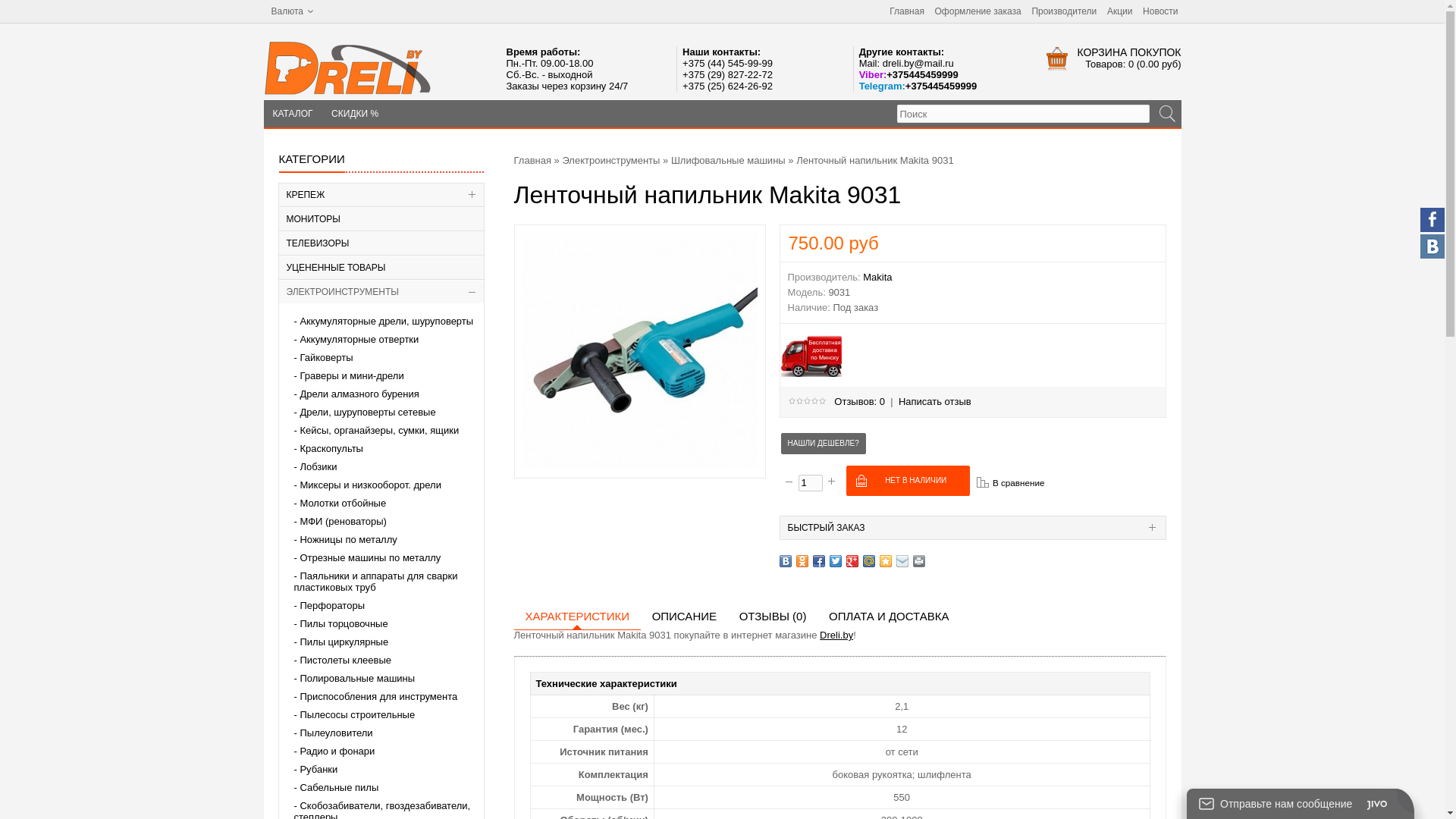 The width and height of the screenshot is (1456, 819). Describe the element at coordinates (877, 277) in the screenshot. I see `'Makita'` at that location.